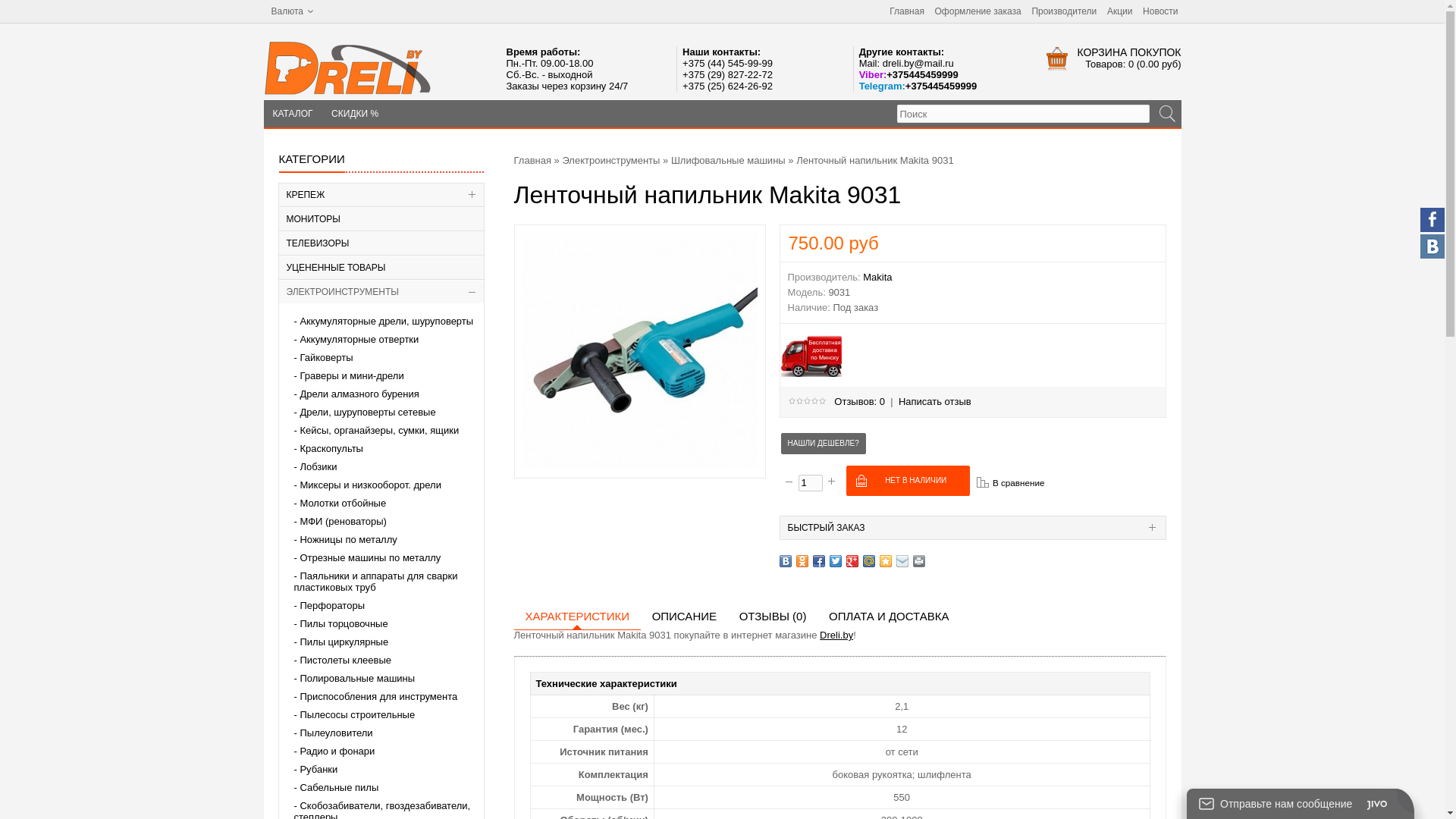 The width and height of the screenshot is (1456, 819). Describe the element at coordinates (877, 277) in the screenshot. I see `'Makita'` at that location.